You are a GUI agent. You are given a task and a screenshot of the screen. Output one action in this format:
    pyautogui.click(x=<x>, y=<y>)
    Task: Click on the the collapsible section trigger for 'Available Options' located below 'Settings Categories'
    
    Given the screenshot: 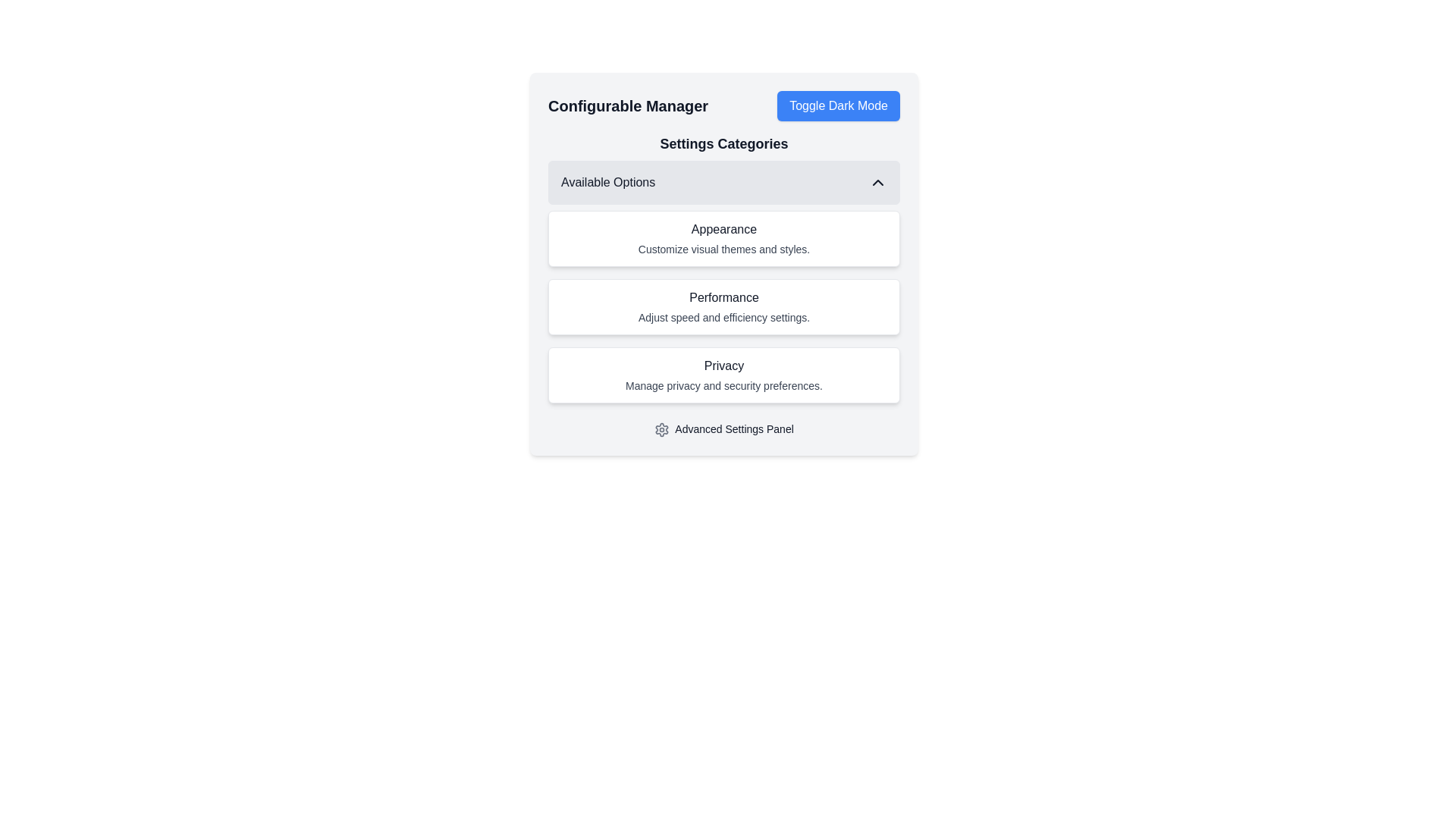 What is the action you would take?
    pyautogui.click(x=723, y=181)
    